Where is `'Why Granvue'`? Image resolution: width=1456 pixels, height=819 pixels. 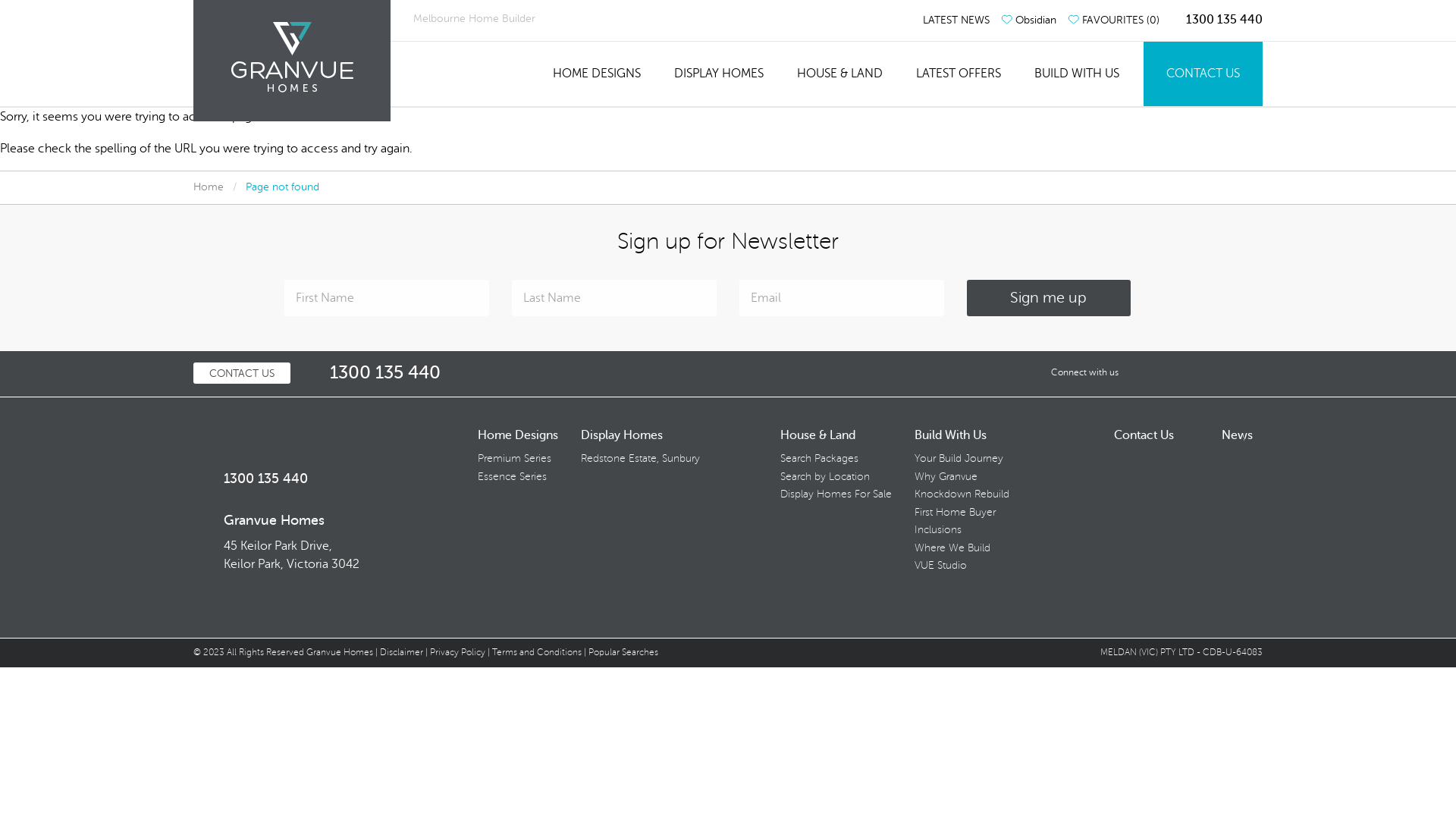 'Why Granvue' is located at coordinates (945, 475).